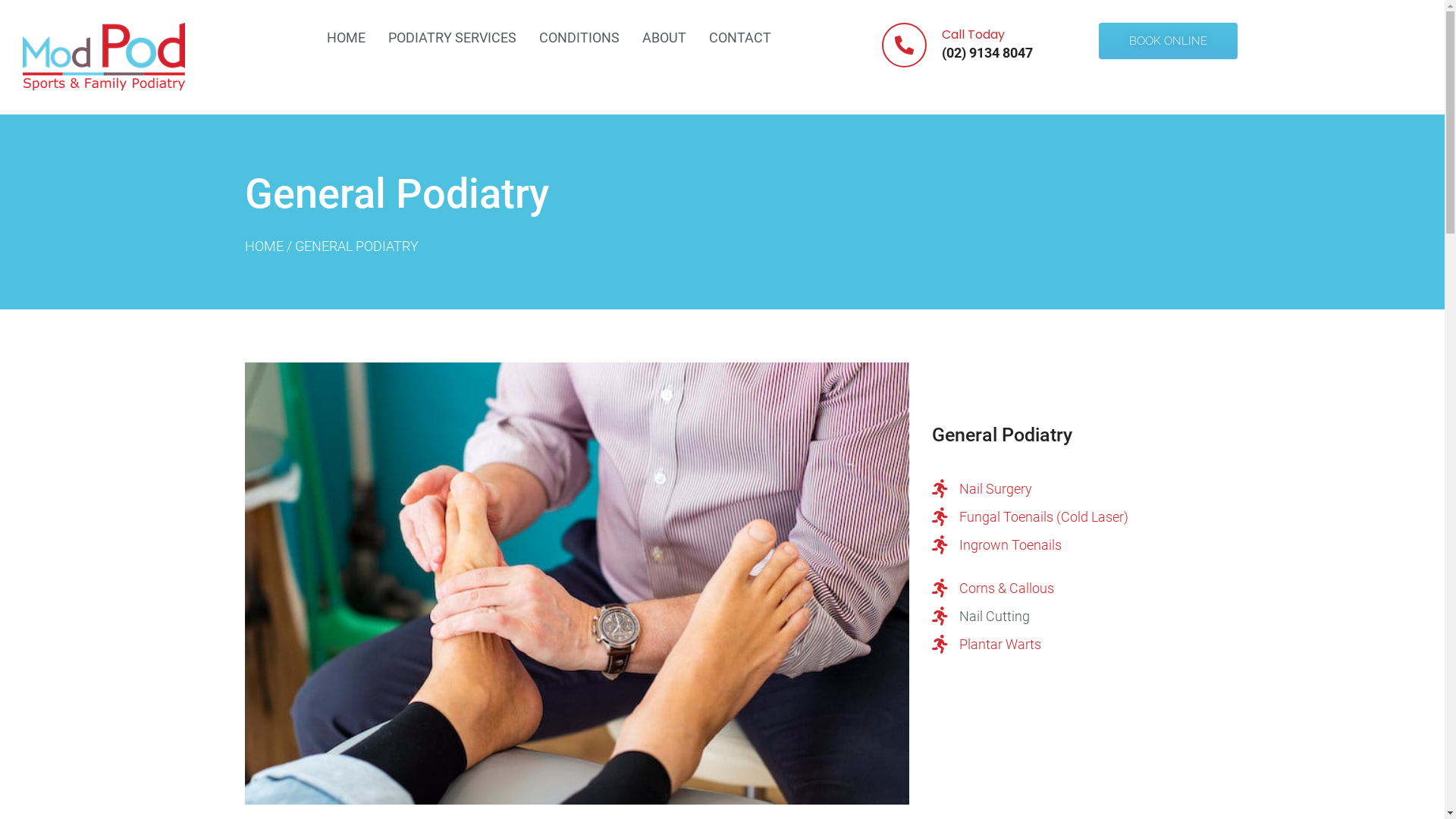  What do you see at coordinates (263, 245) in the screenshot?
I see `'HOME'` at bounding box center [263, 245].